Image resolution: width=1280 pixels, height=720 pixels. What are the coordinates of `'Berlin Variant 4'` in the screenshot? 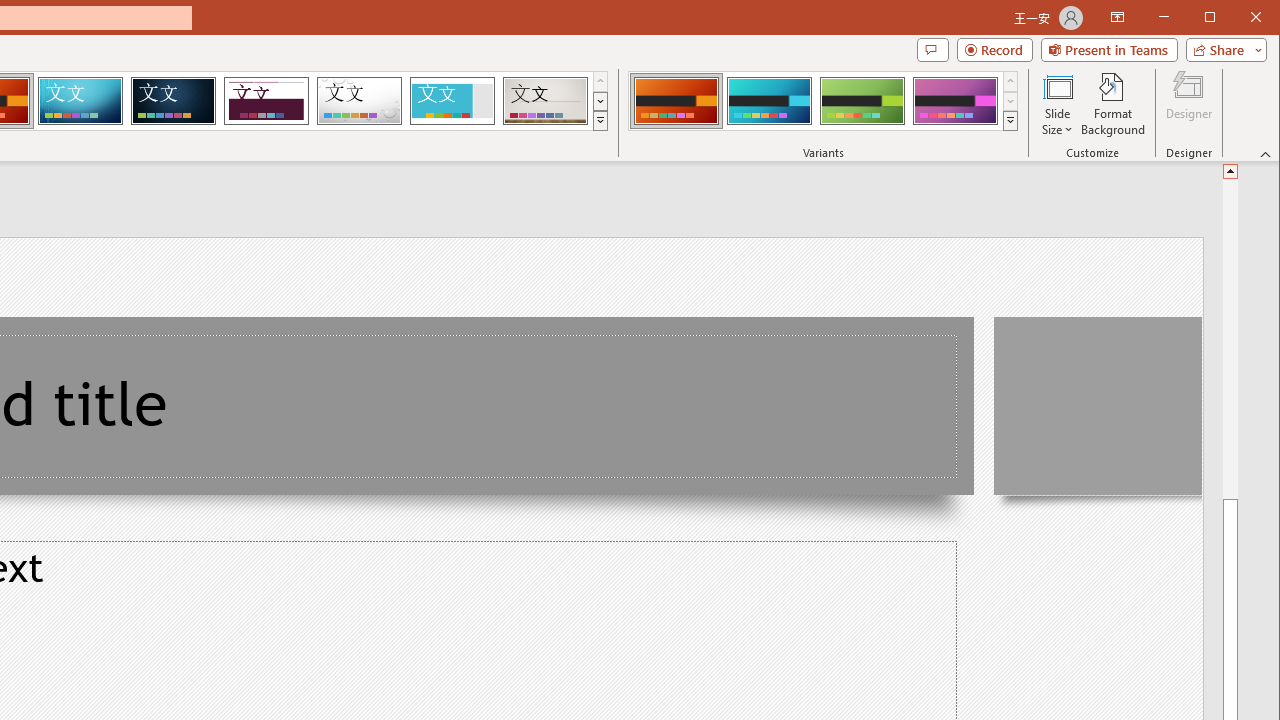 It's located at (954, 100).